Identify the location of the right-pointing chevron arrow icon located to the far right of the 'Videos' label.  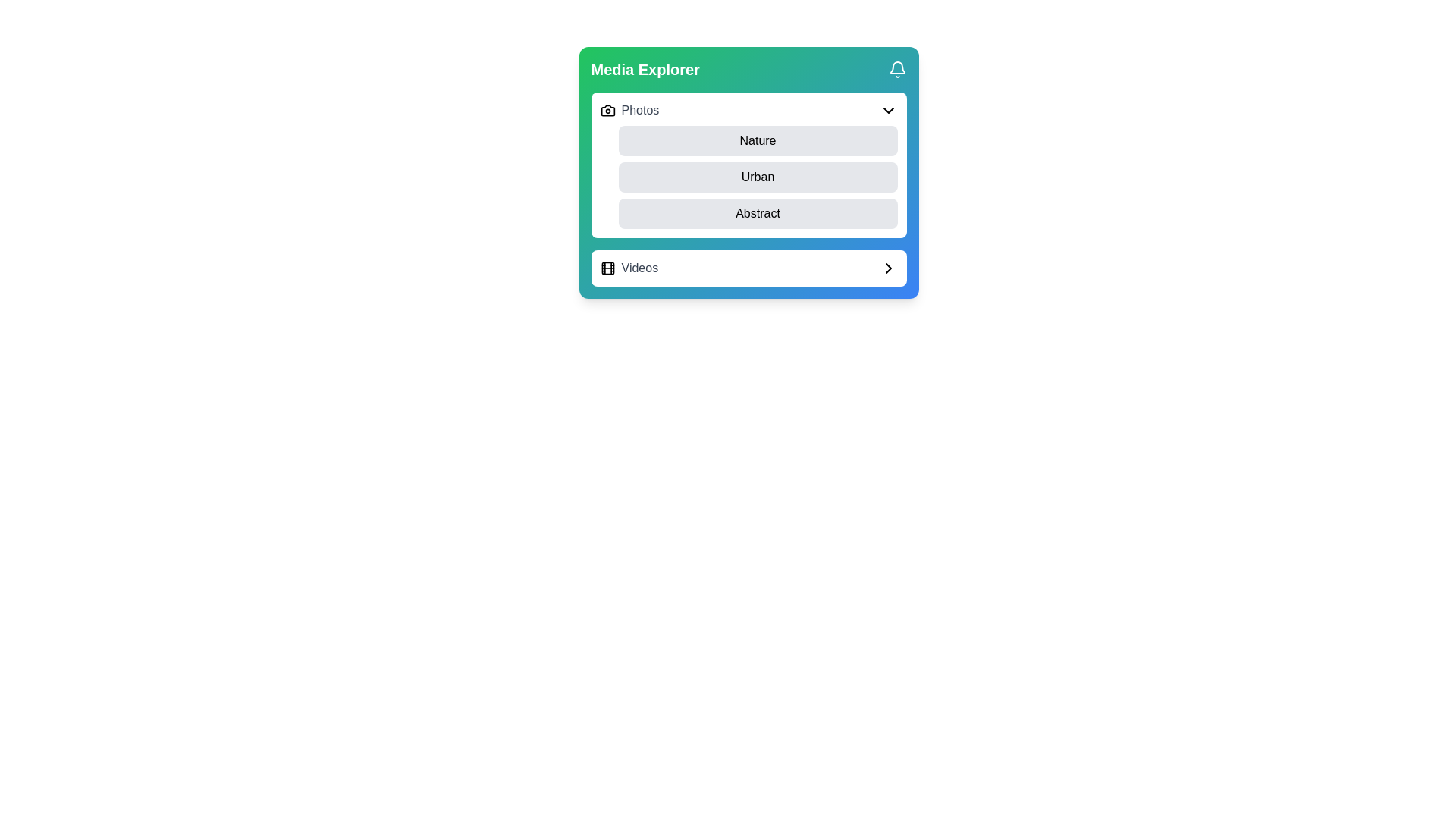
(888, 268).